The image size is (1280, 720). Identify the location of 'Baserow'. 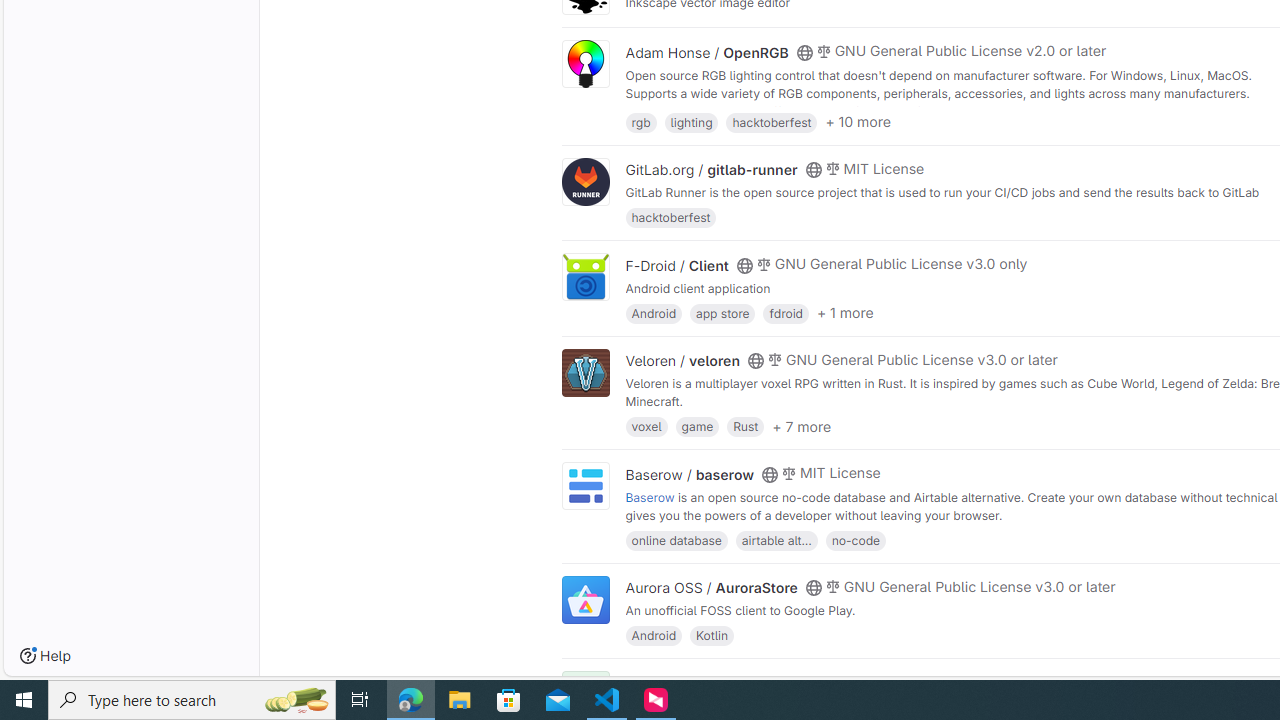
(649, 495).